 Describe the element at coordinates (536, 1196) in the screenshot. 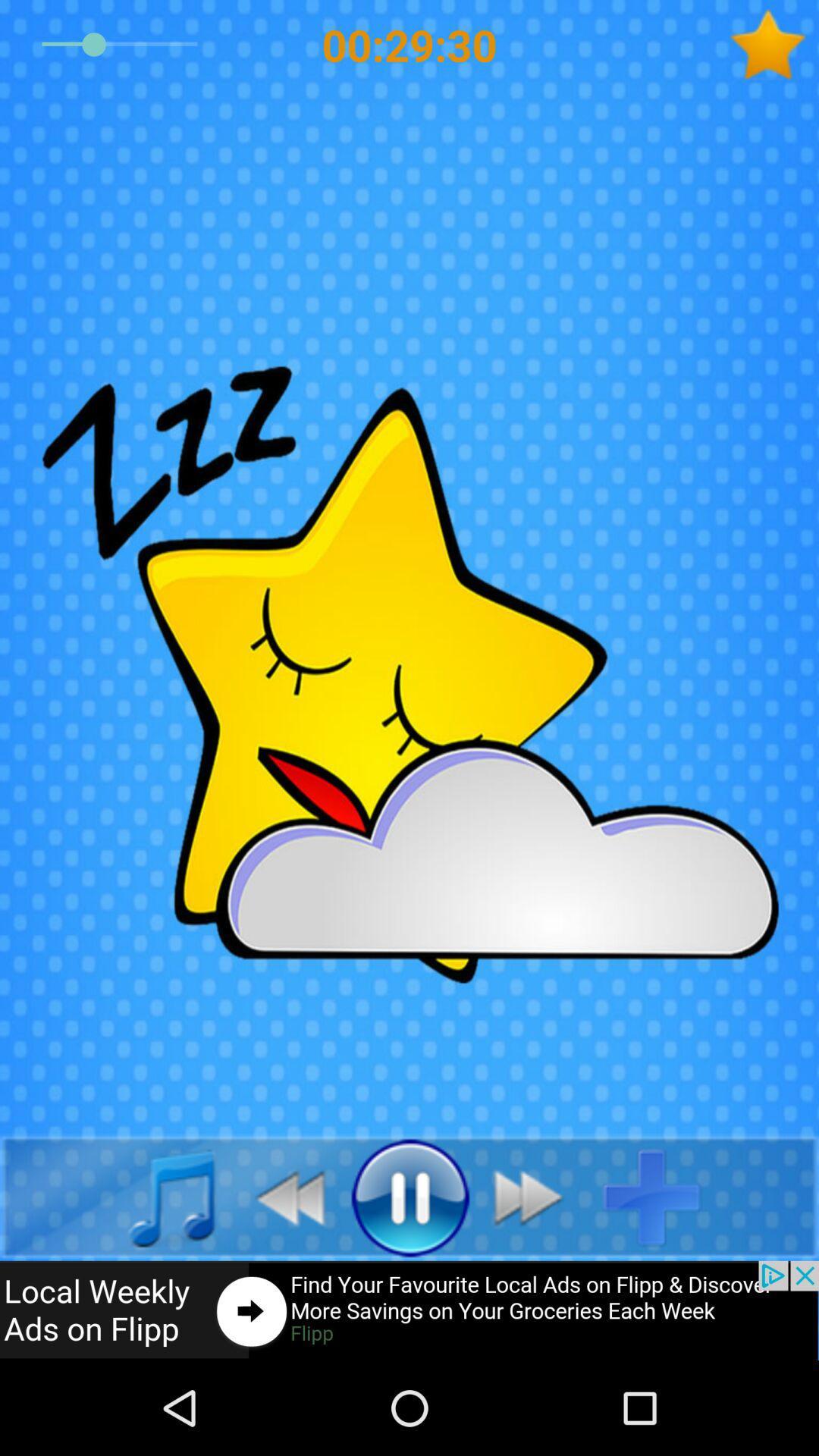

I see `the av_forward icon` at that location.